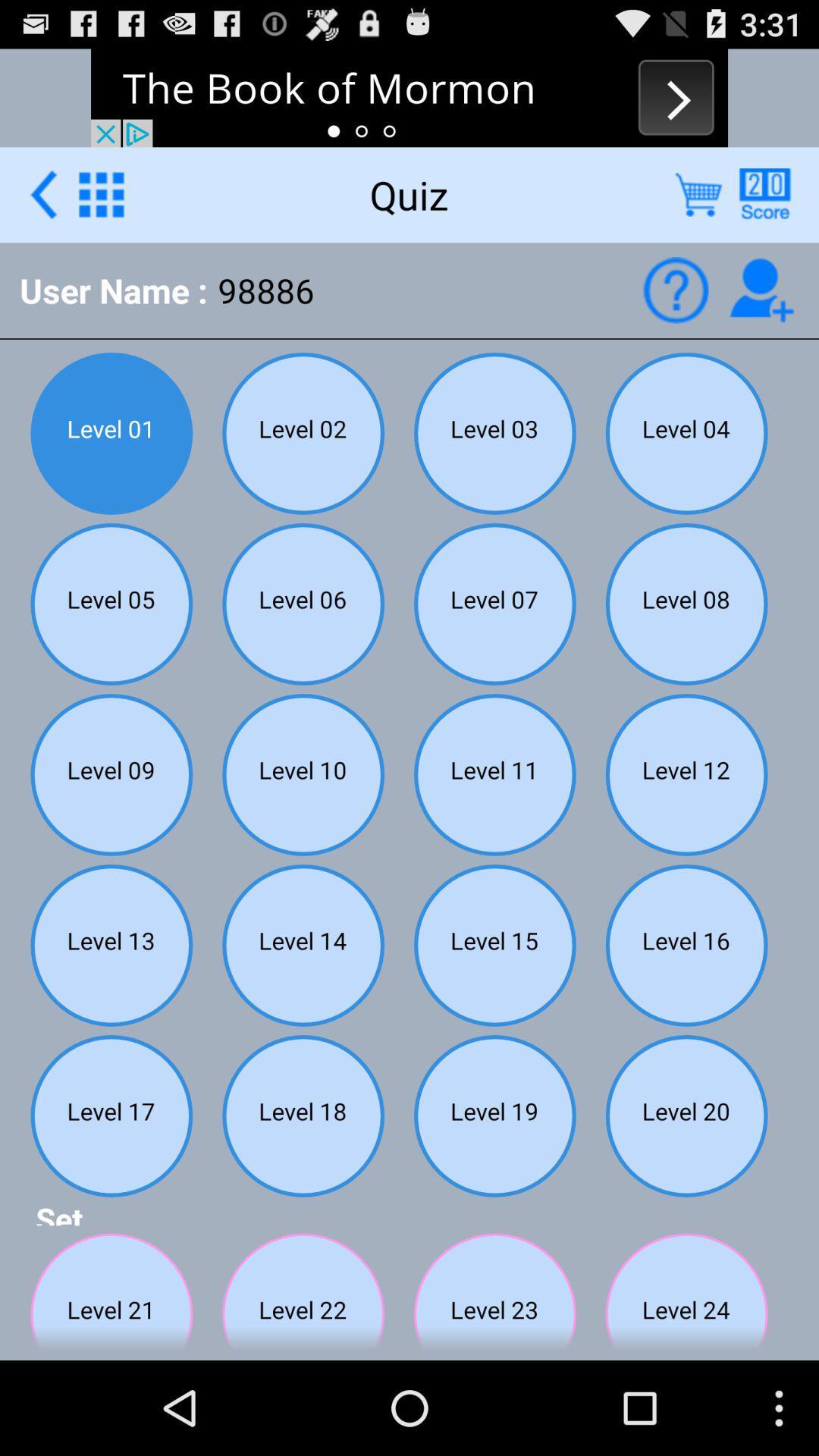 The width and height of the screenshot is (819, 1456). Describe the element at coordinates (101, 193) in the screenshot. I see `customize` at that location.